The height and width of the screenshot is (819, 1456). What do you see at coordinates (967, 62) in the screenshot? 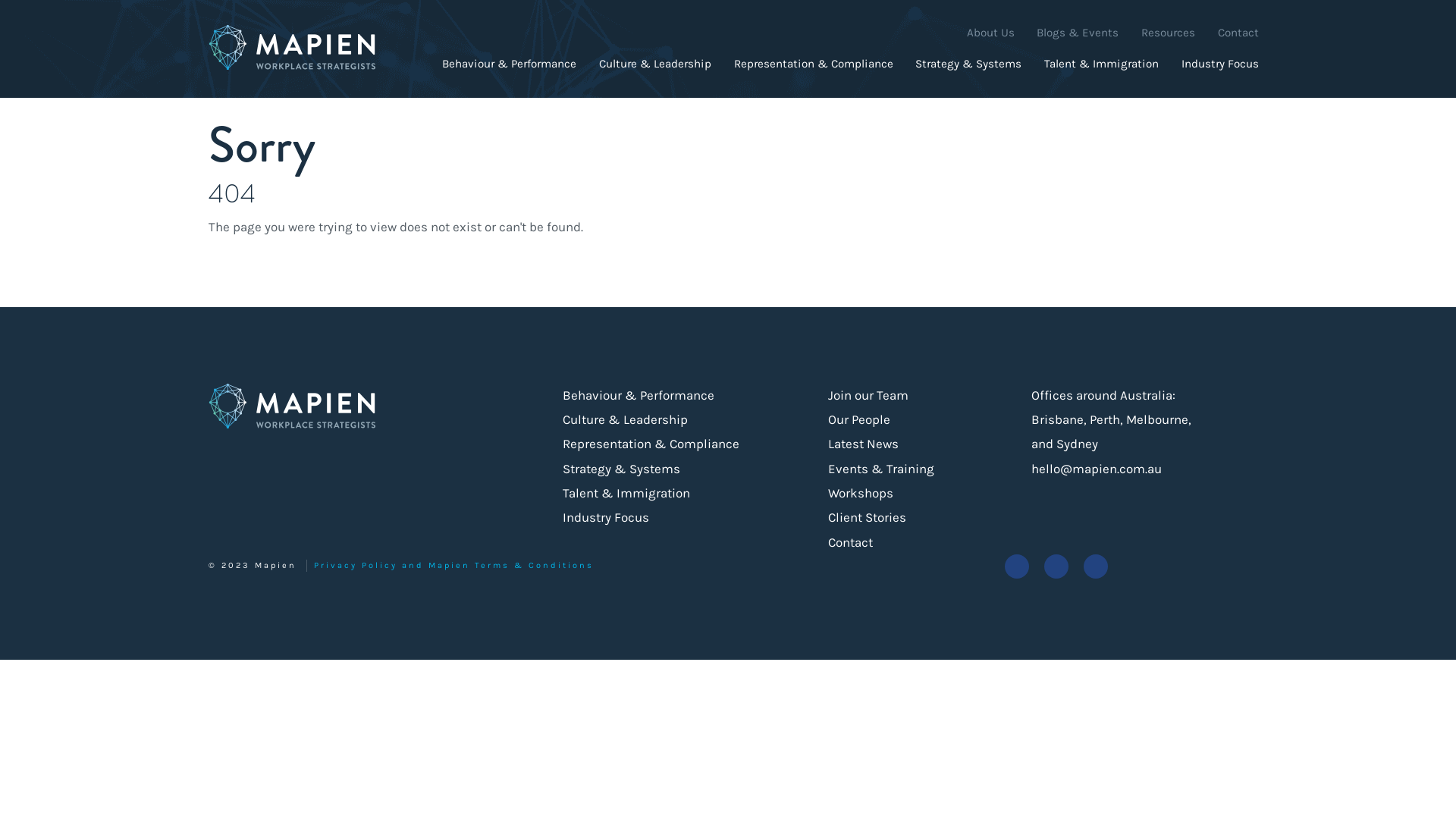
I see `'Strategy & Systems'` at bounding box center [967, 62].